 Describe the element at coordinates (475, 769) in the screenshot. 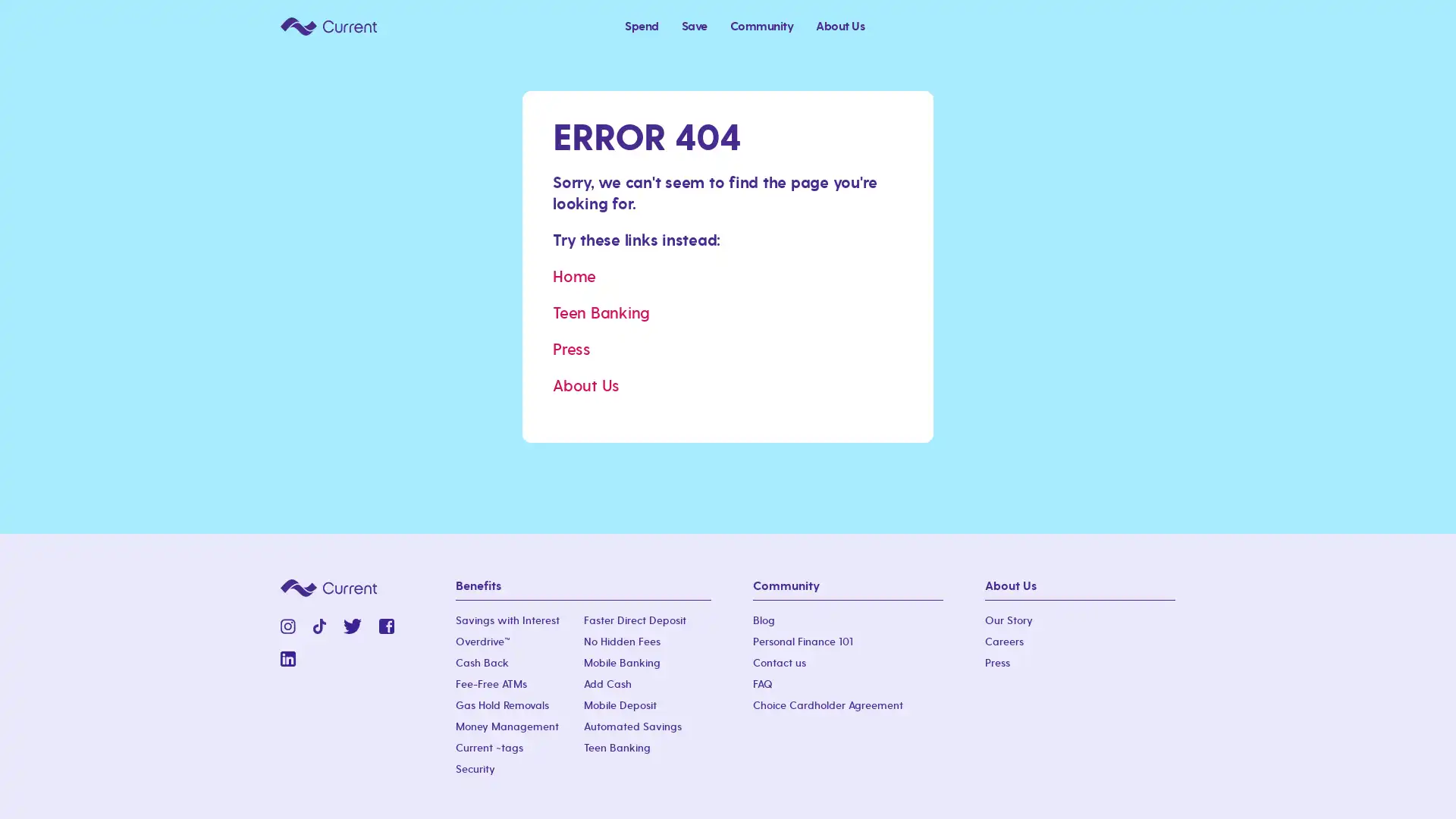

I see `Security` at that location.